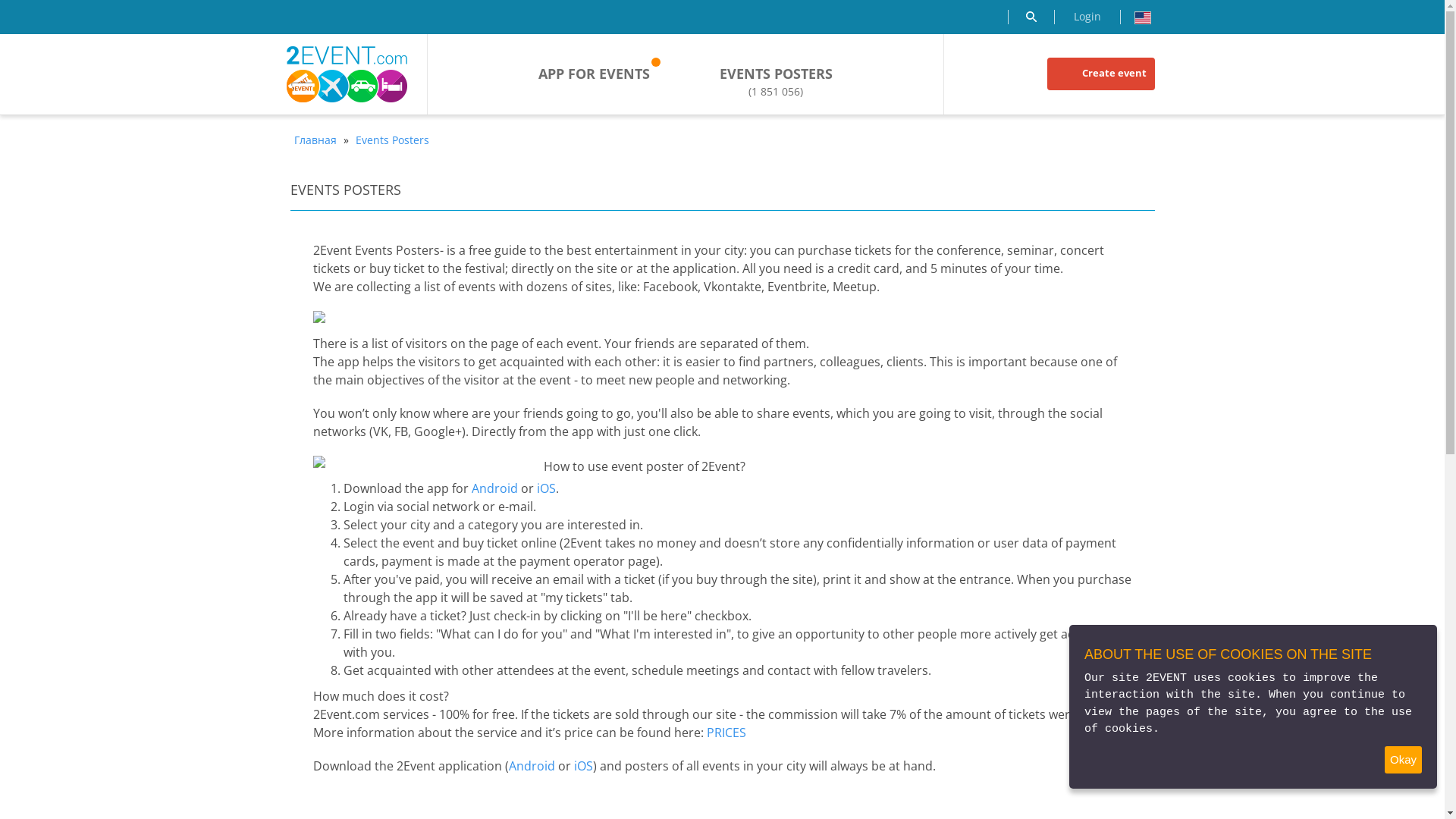 The width and height of the screenshot is (1456, 819). I want to click on 'Create event', so click(1100, 74).